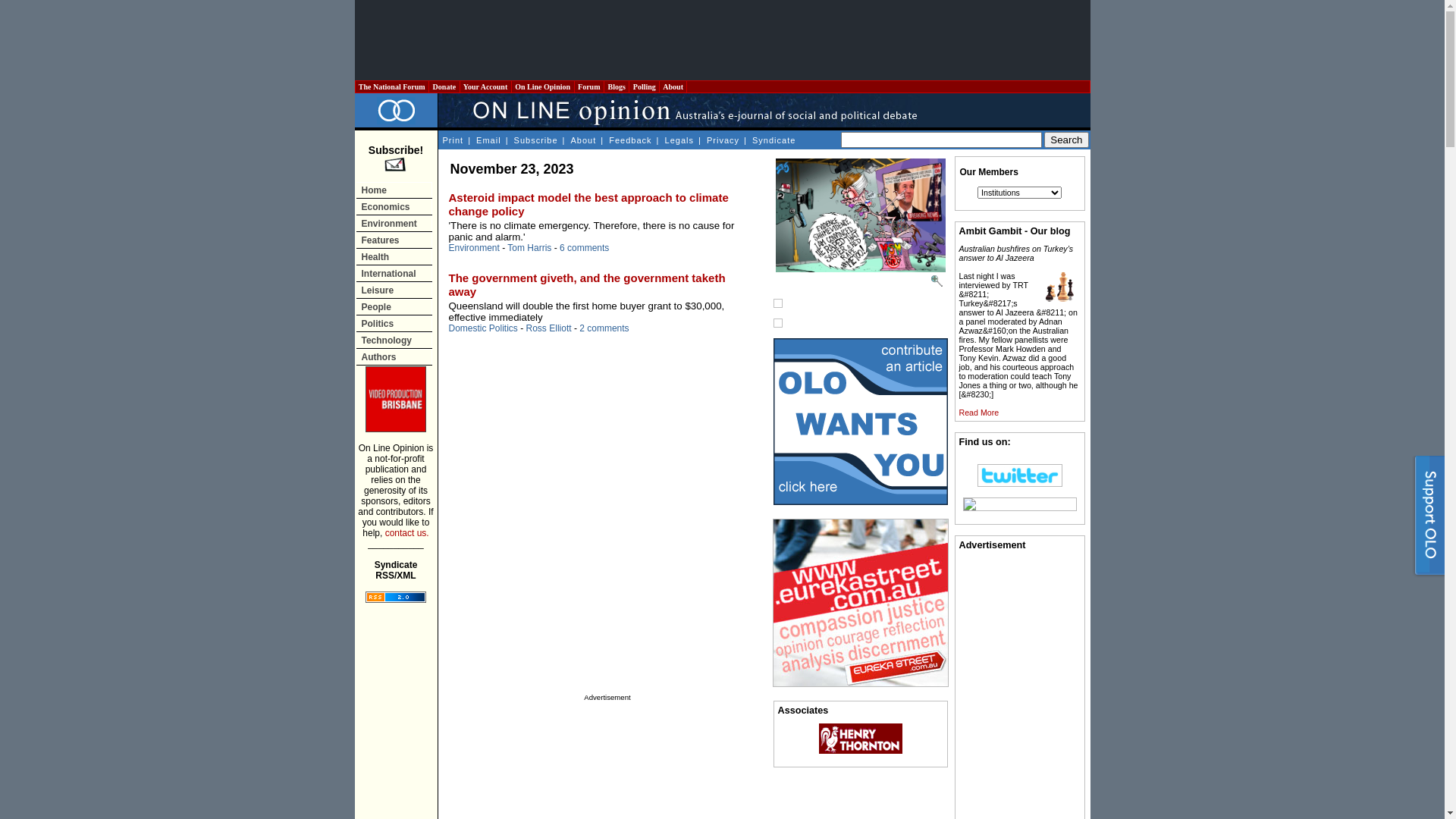 The height and width of the screenshot is (819, 1456). I want to click on 'contact us.', so click(385, 532).